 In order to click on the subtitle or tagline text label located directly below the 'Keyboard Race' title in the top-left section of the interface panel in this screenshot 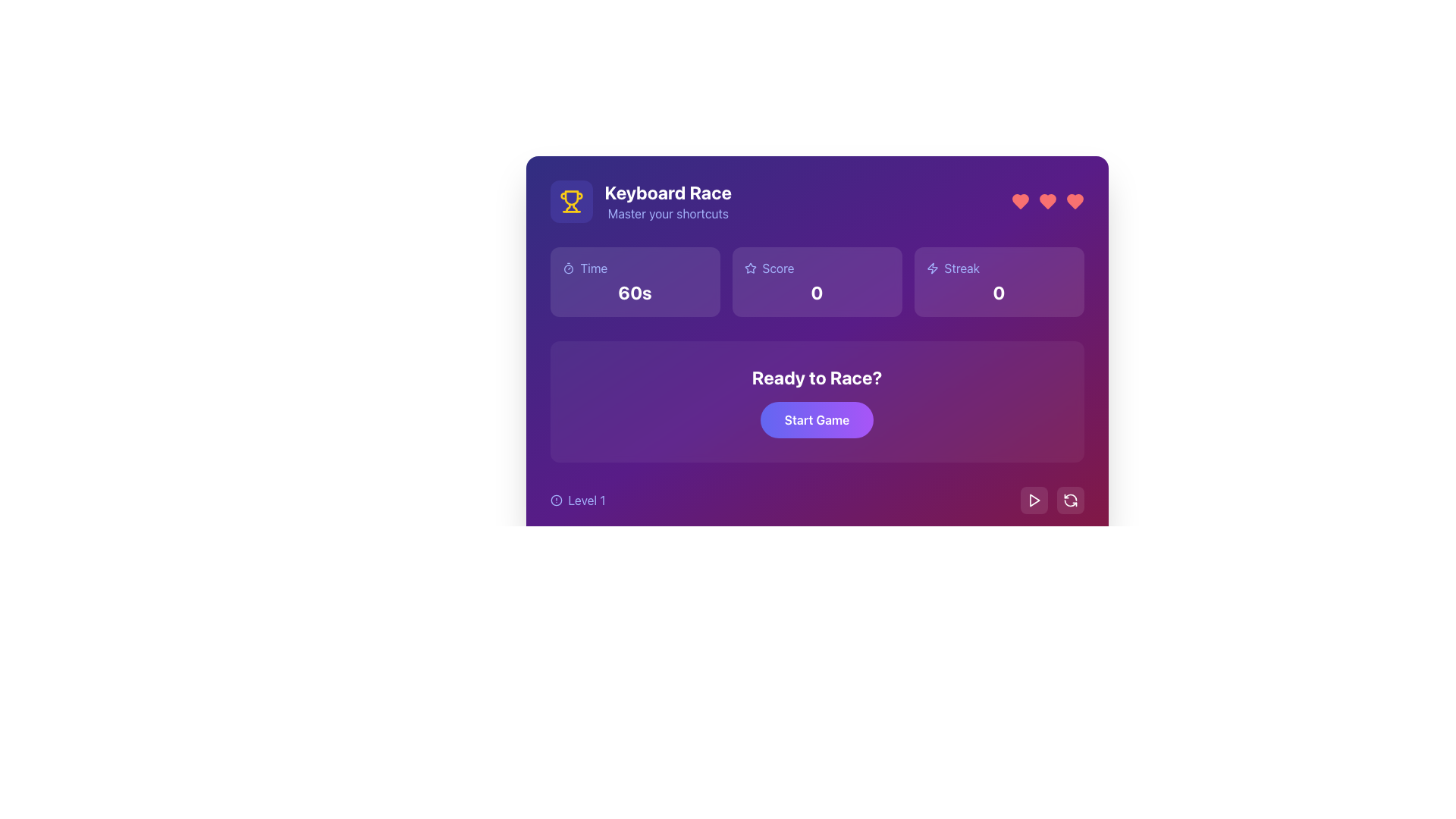, I will do `click(667, 213)`.